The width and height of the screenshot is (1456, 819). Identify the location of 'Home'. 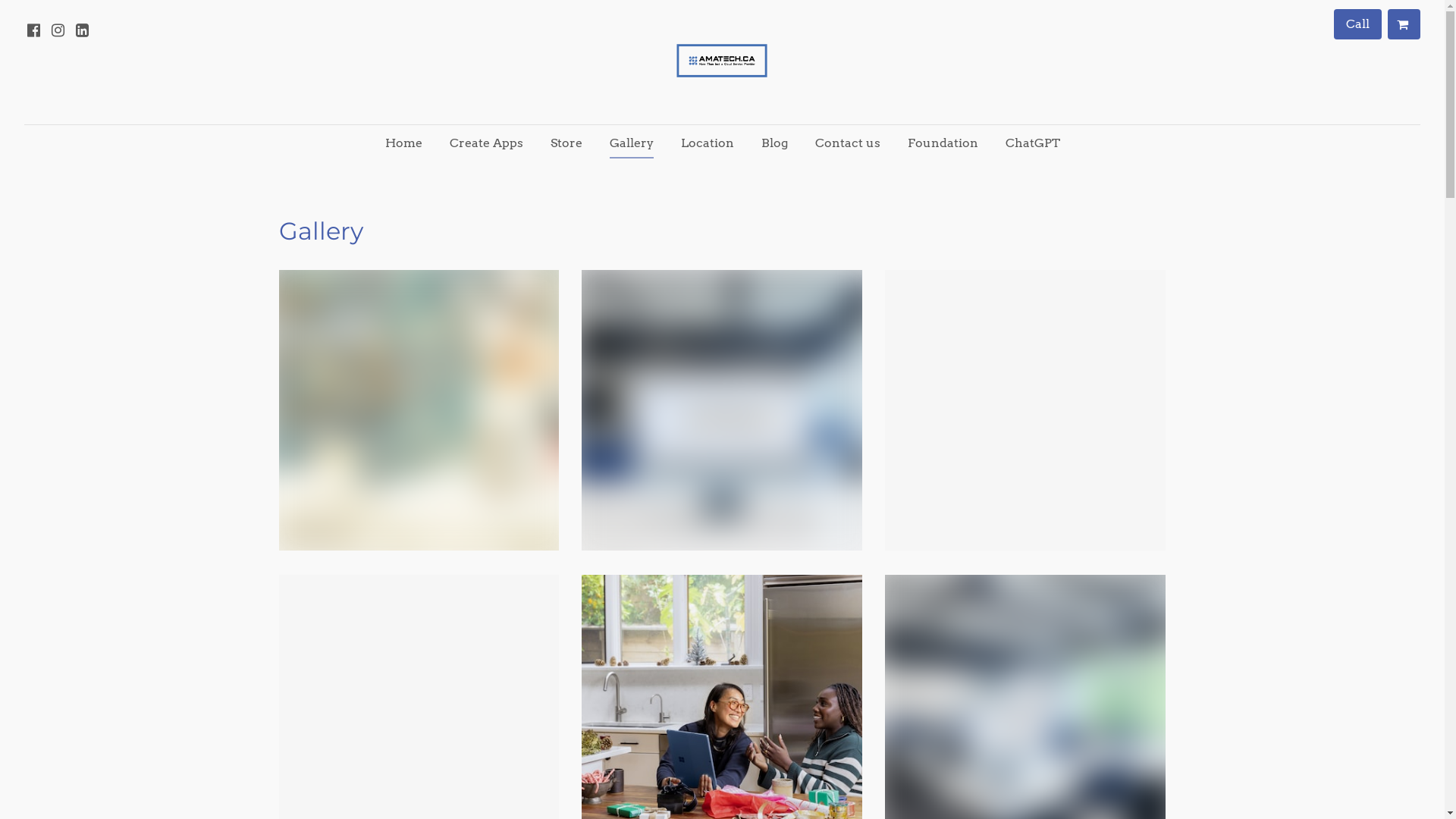
(372, 143).